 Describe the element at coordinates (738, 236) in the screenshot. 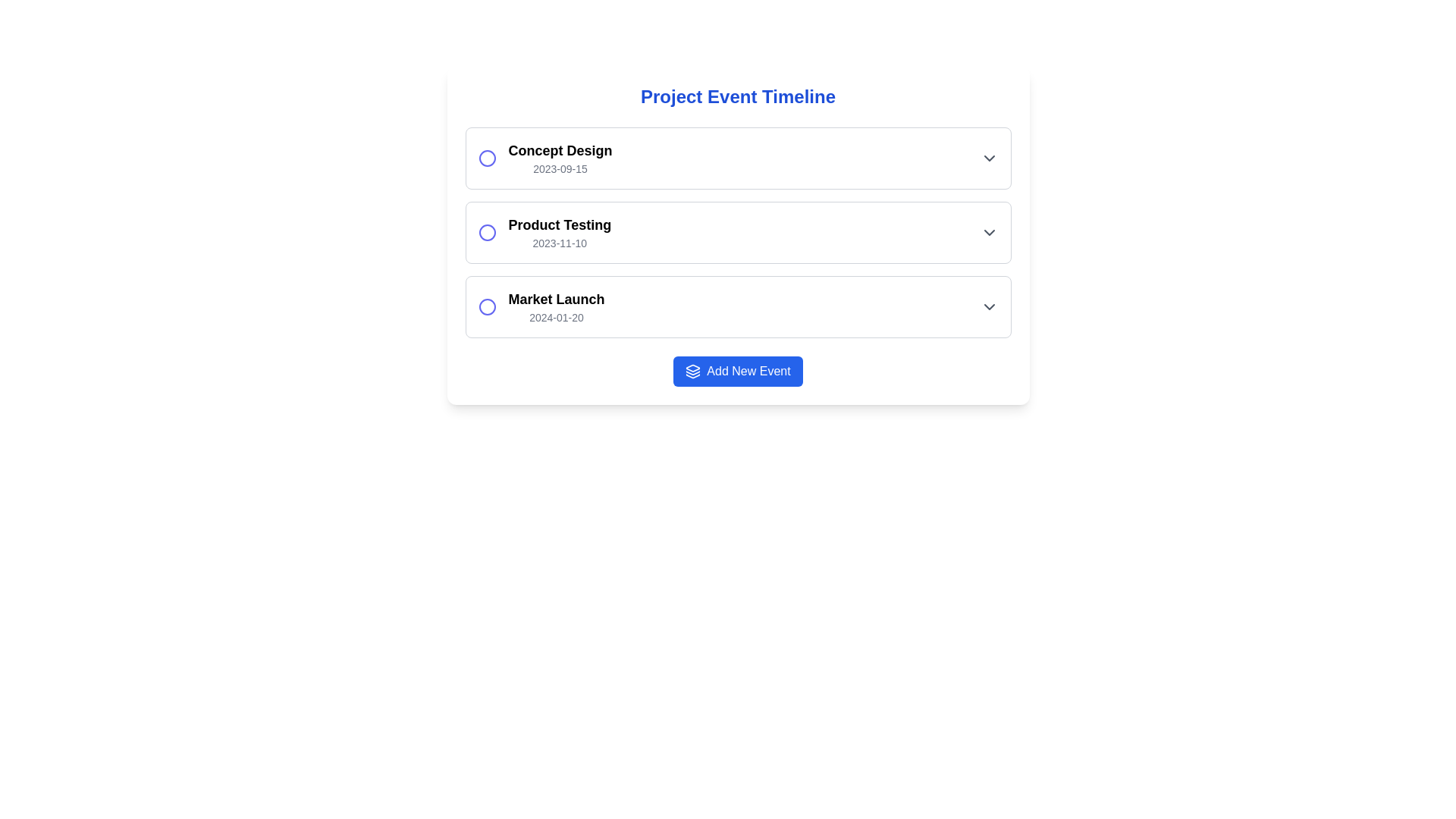

I see `the event block titled 'Product Testing'` at that location.